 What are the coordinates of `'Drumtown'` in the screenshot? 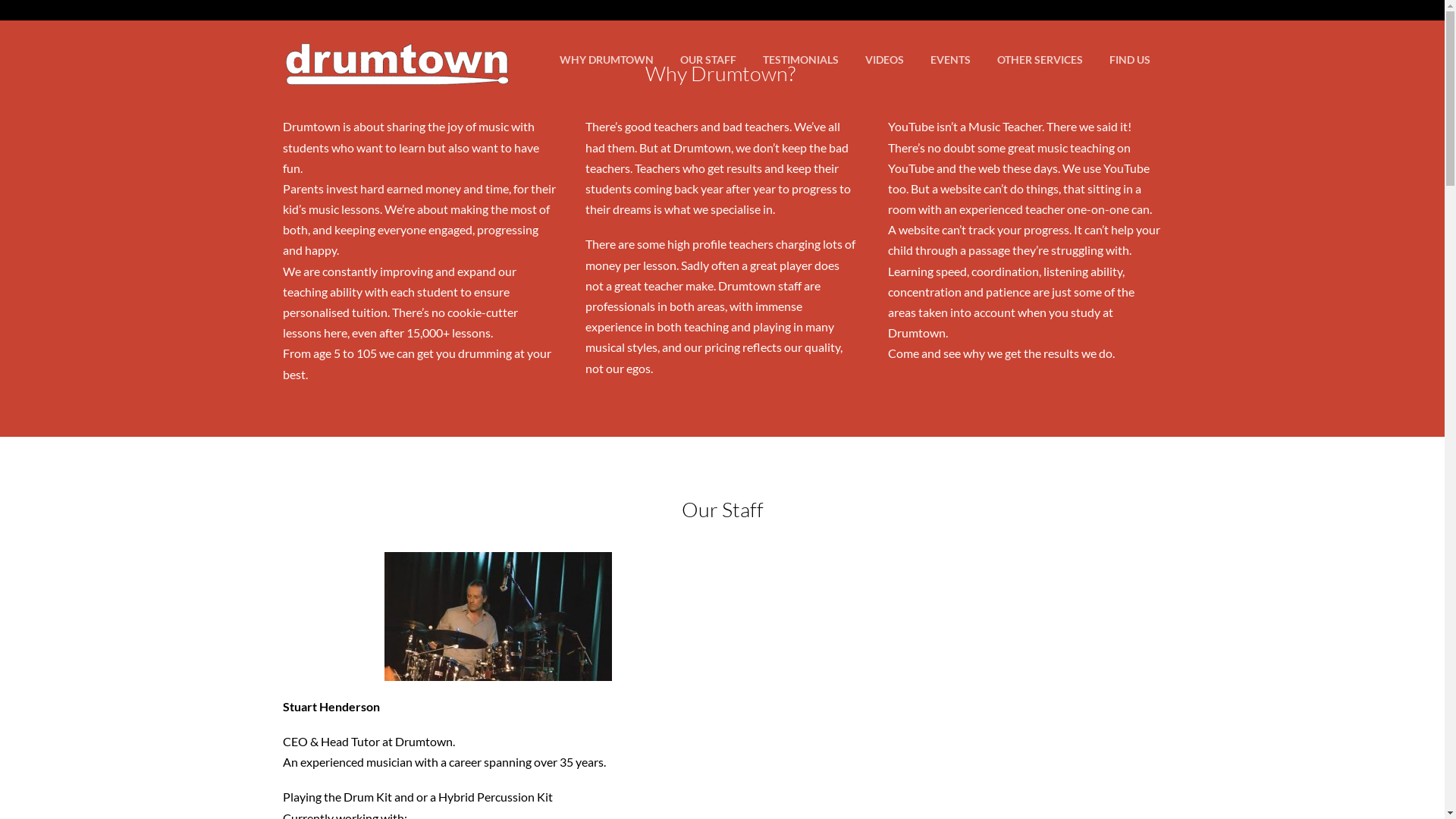 It's located at (396, 77).